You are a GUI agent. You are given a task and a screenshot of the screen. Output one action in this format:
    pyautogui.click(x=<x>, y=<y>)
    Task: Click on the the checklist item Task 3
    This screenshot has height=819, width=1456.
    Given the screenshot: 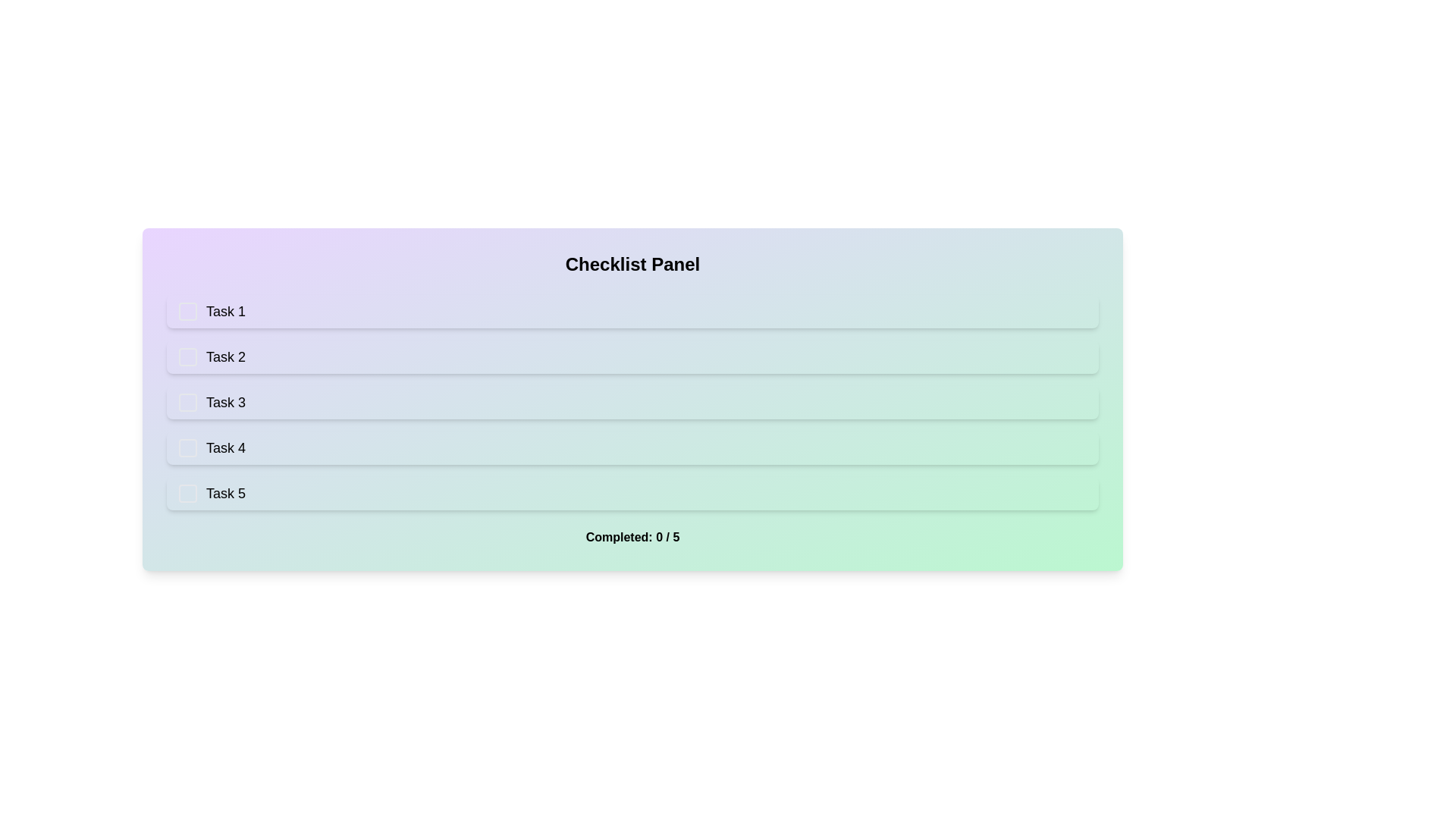 What is the action you would take?
    pyautogui.click(x=632, y=402)
    